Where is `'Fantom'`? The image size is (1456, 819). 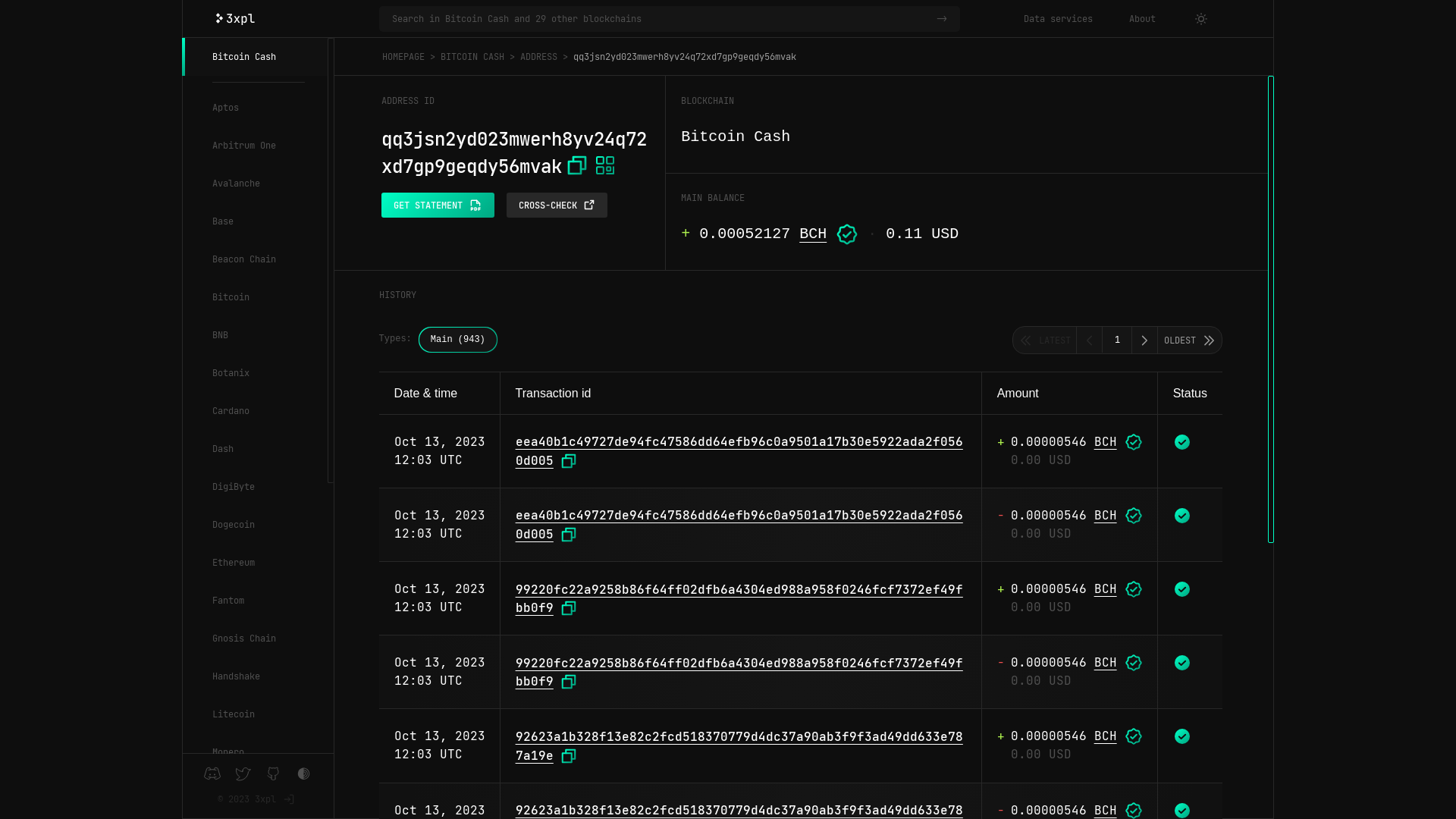
'Fantom' is located at coordinates (182, 599).